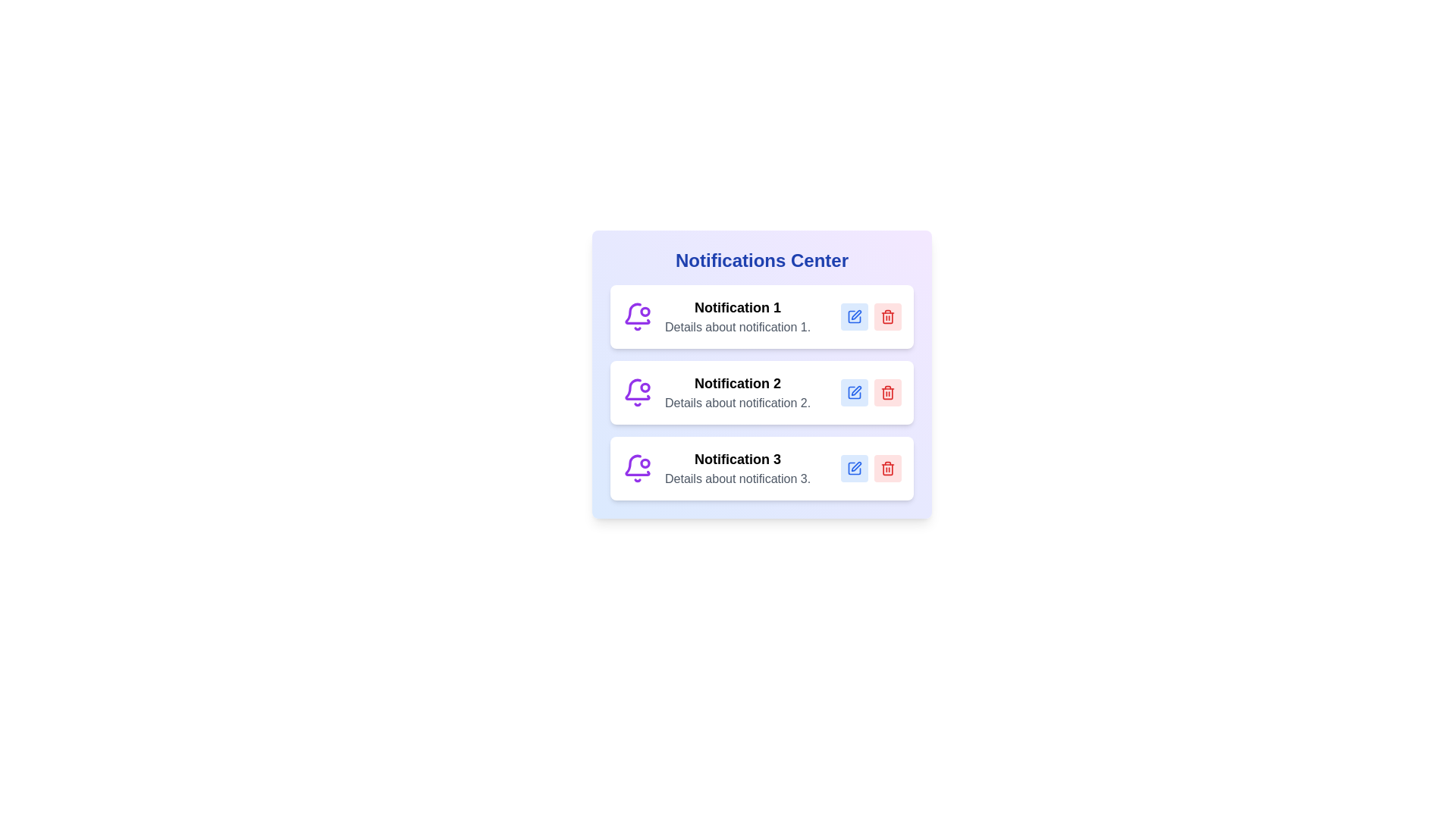 This screenshot has width=1456, height=819. What do you see at coordinates (738, 458) in the screenshot?
I see `the text label displaying 'Notification 3' in bold, which is the title text of the third notification card in a vertical list of notifications` at bounding box center [738, 458].